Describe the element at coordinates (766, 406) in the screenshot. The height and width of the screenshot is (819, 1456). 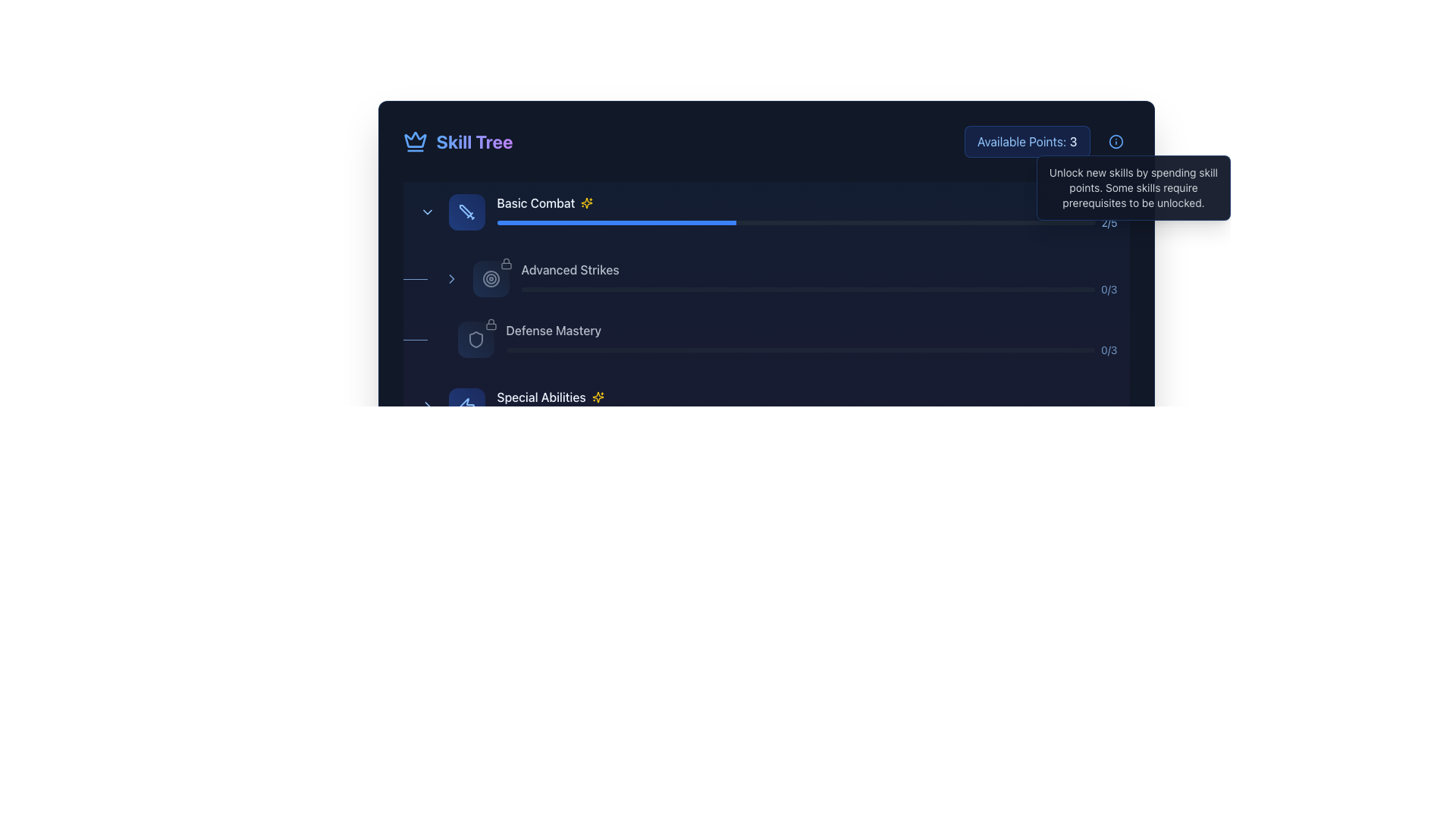
I see `the 'Special Abilities' Skill Progress Display` at that location.